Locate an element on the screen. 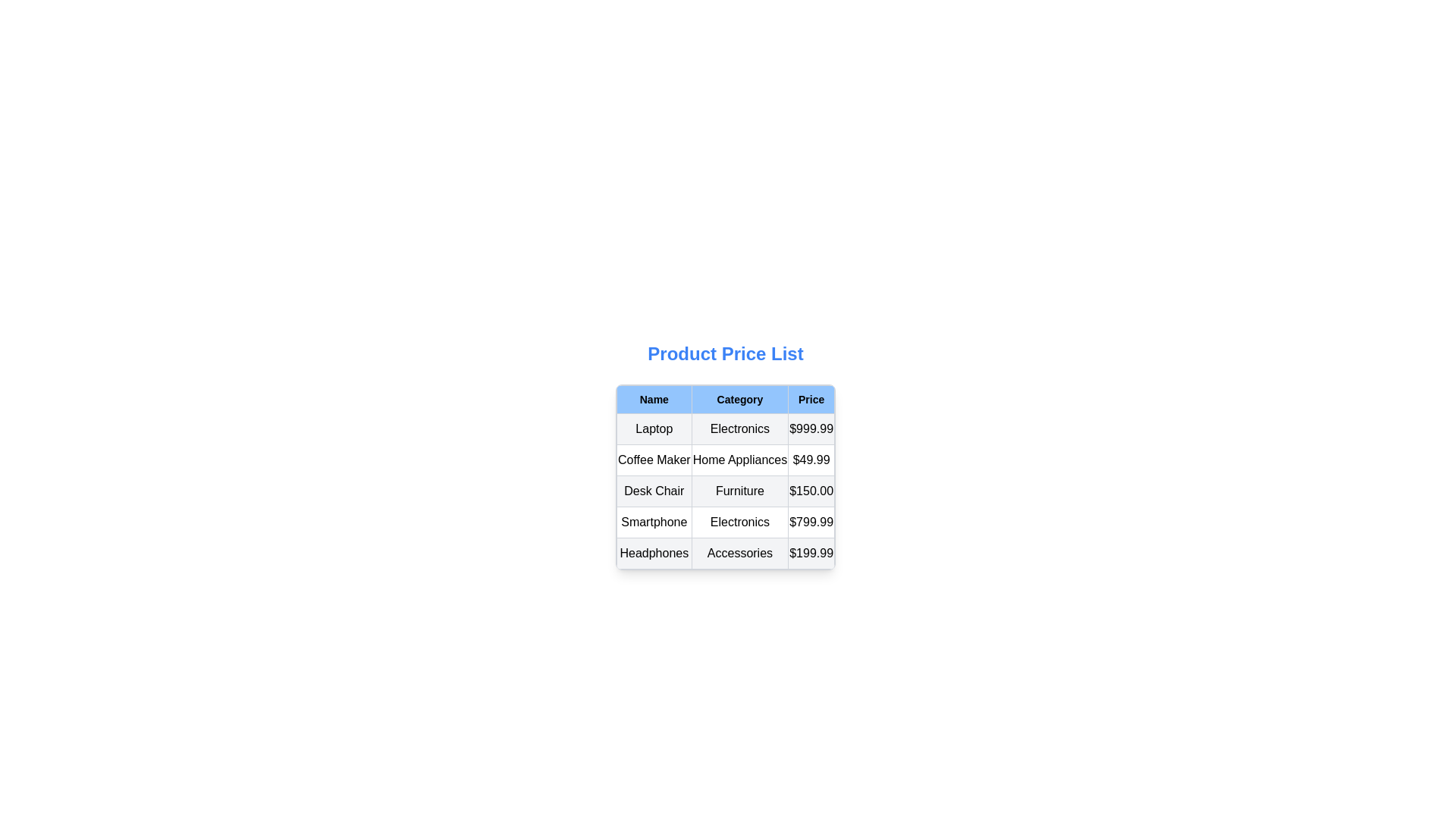  the 'Category' column header in the product price list table, which is centrally aligned and positioned between the 'Name' and 'Price' headers is located at coordinates (739, 399).